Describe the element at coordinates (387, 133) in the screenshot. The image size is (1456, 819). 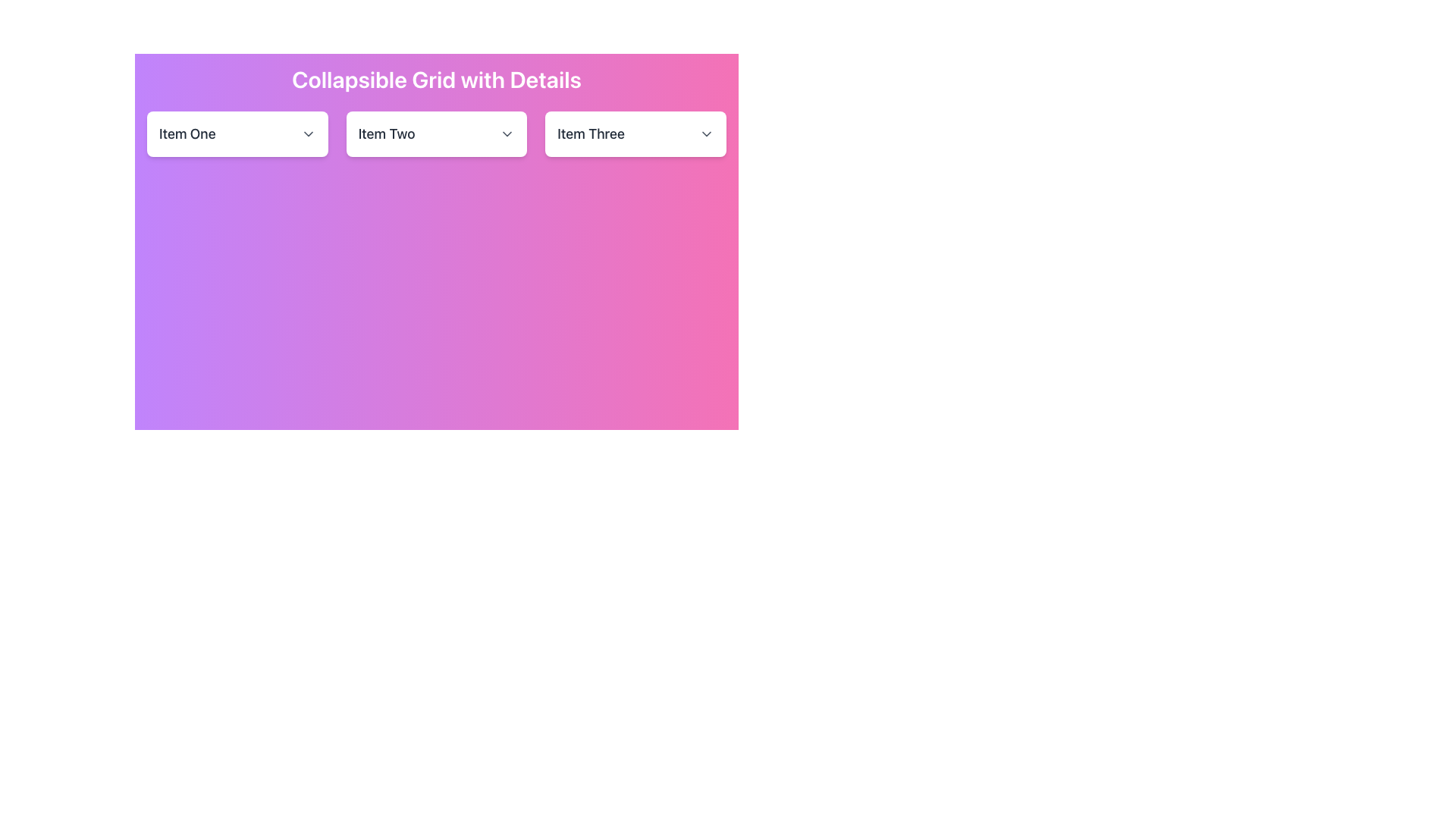
I see `the text string 'Item Two', which is centrally aligned in the second column of a three-column layout, for interaction` at that location.